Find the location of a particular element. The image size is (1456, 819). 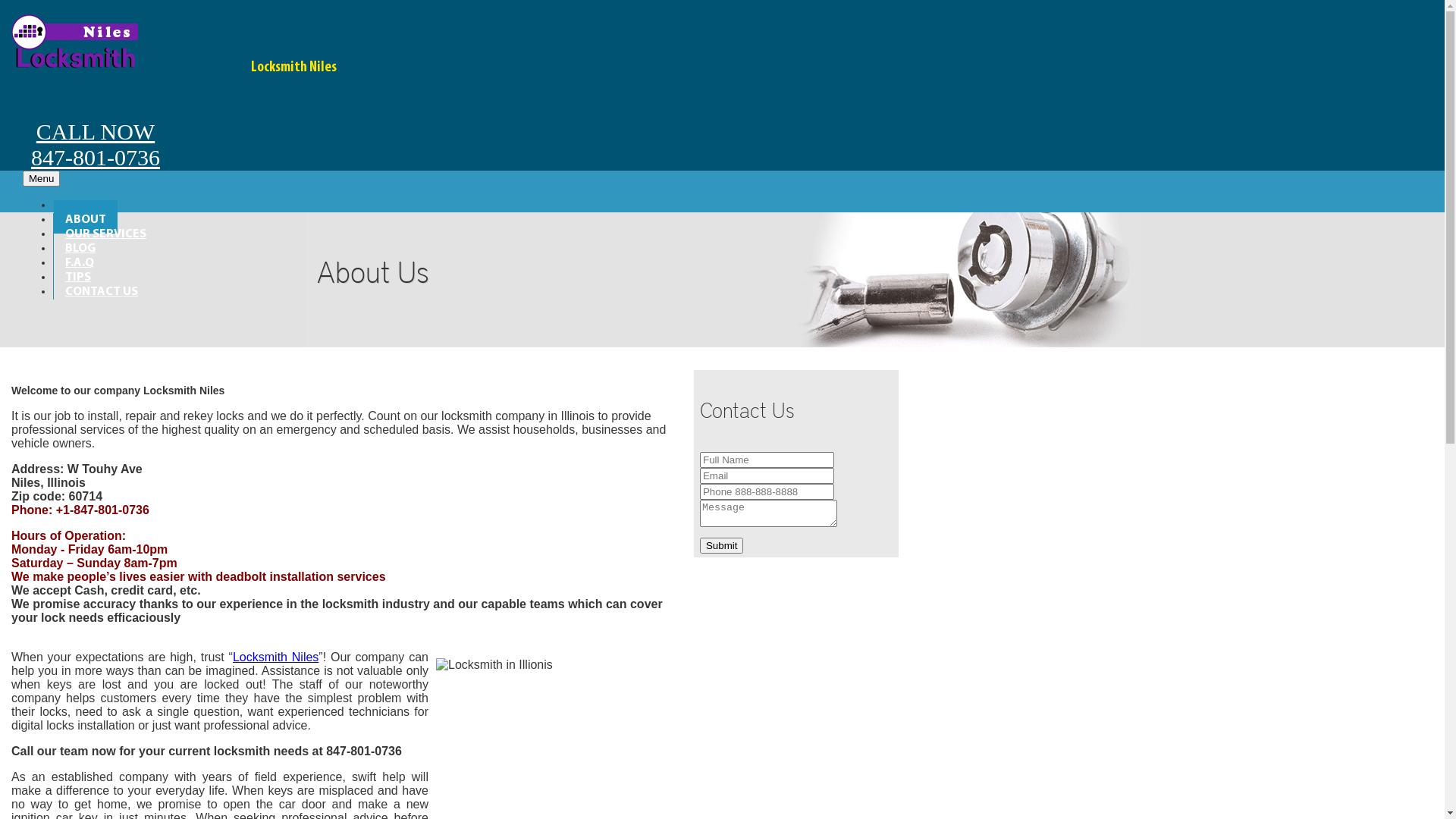

'CONTACT US' is located at coordinates (54, 289).